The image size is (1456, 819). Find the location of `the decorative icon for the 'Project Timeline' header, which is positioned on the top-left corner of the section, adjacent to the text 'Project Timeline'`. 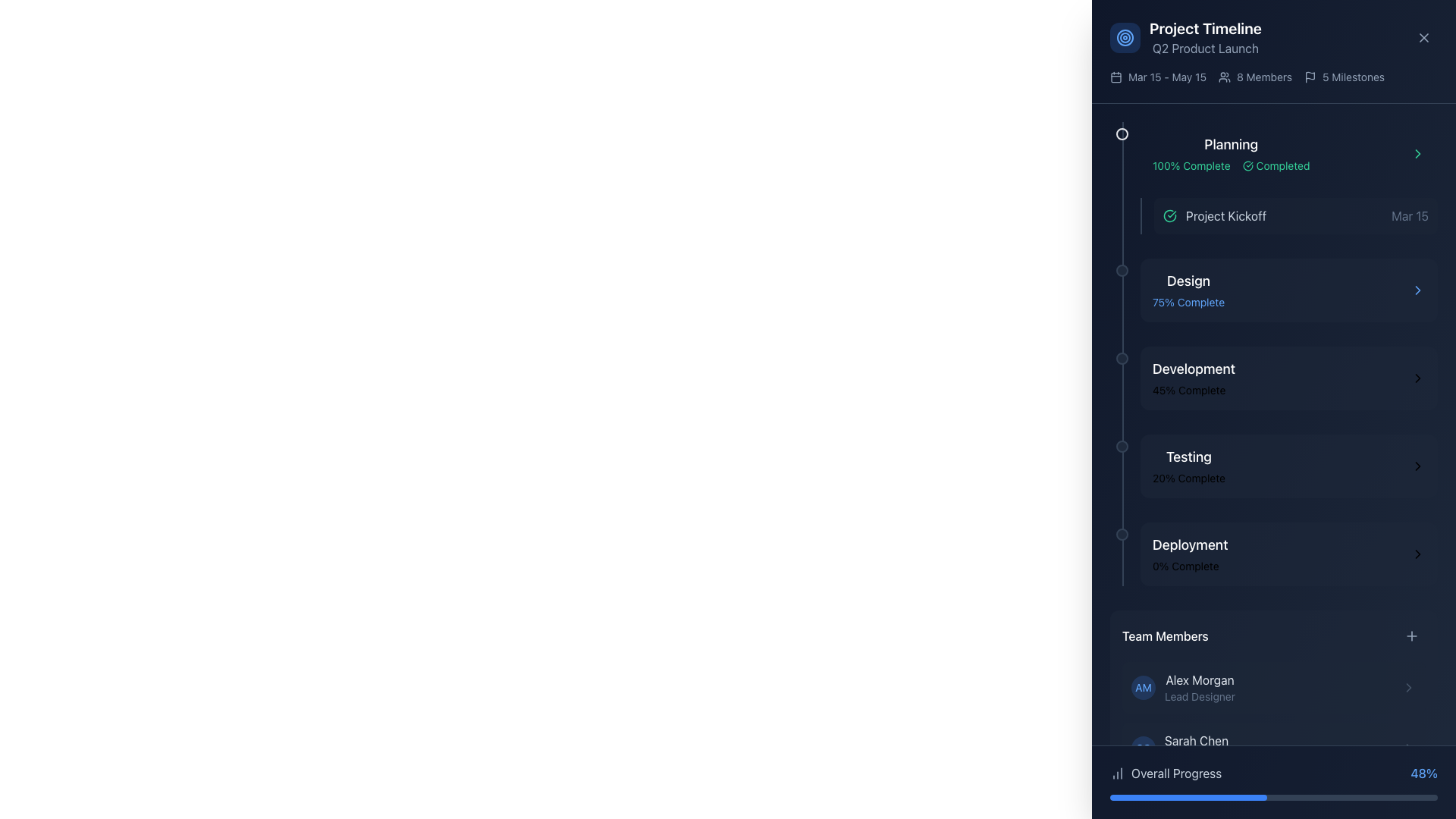

the decorative icon for the 'Project Timeline' header, which is positioned on the top-left corner of the section, adjacent to the text 'Project Timeline' is located at coordinates (1125, 37).